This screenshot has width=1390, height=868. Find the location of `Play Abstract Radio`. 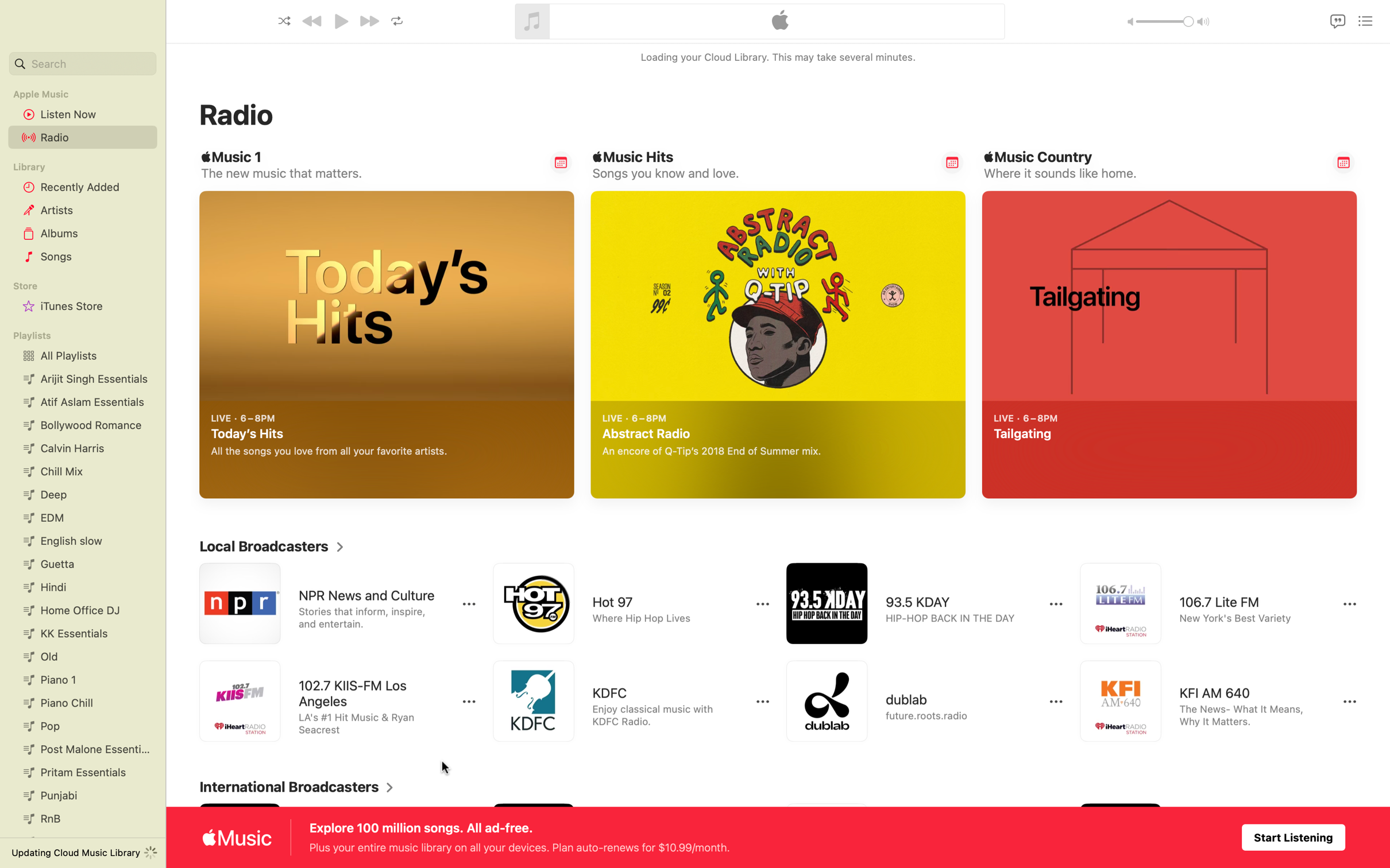

Play Abstract Radio is located at coordinates (940, 474).